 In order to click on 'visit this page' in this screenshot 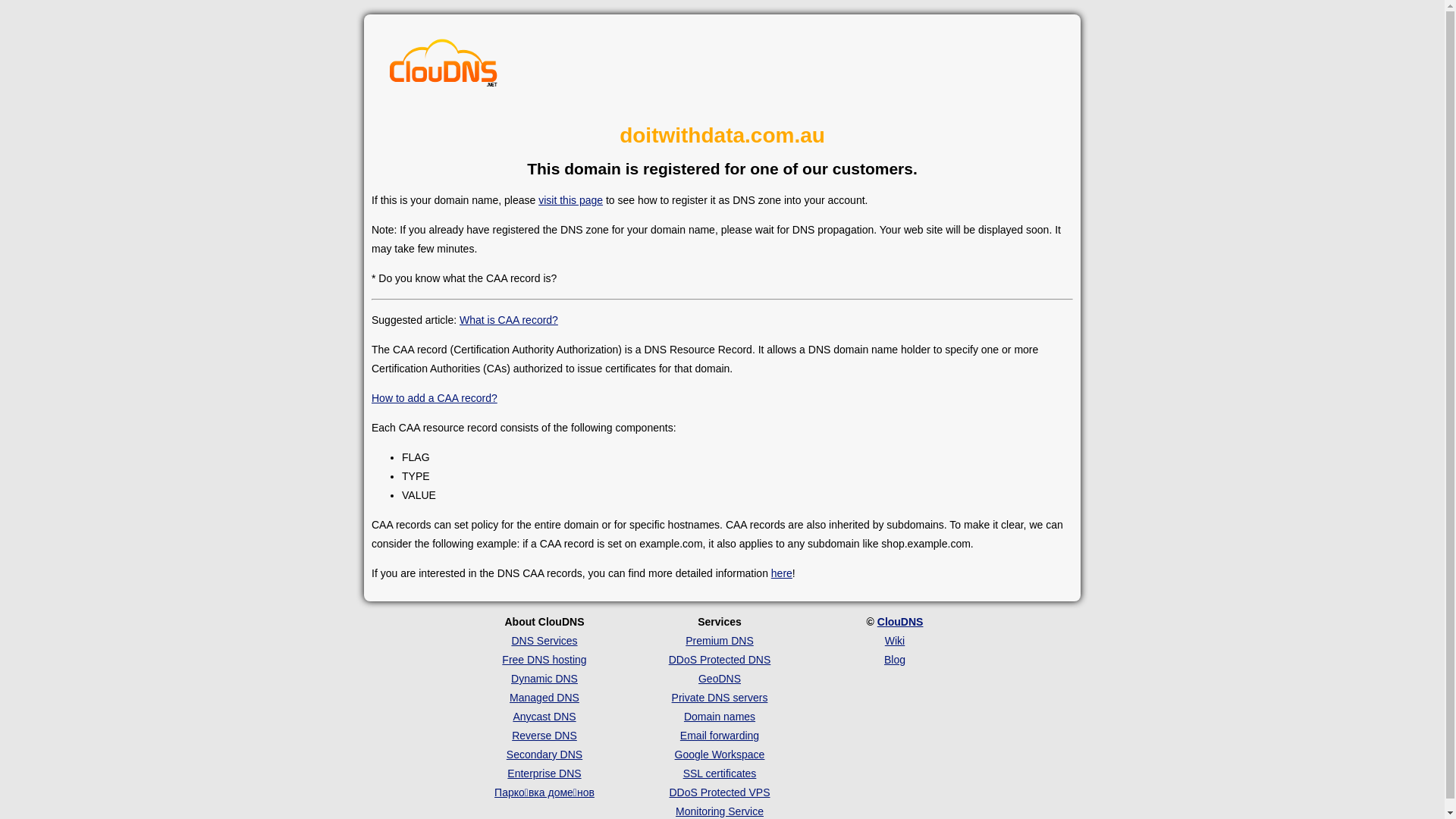, I will do `click(570, 199)`.